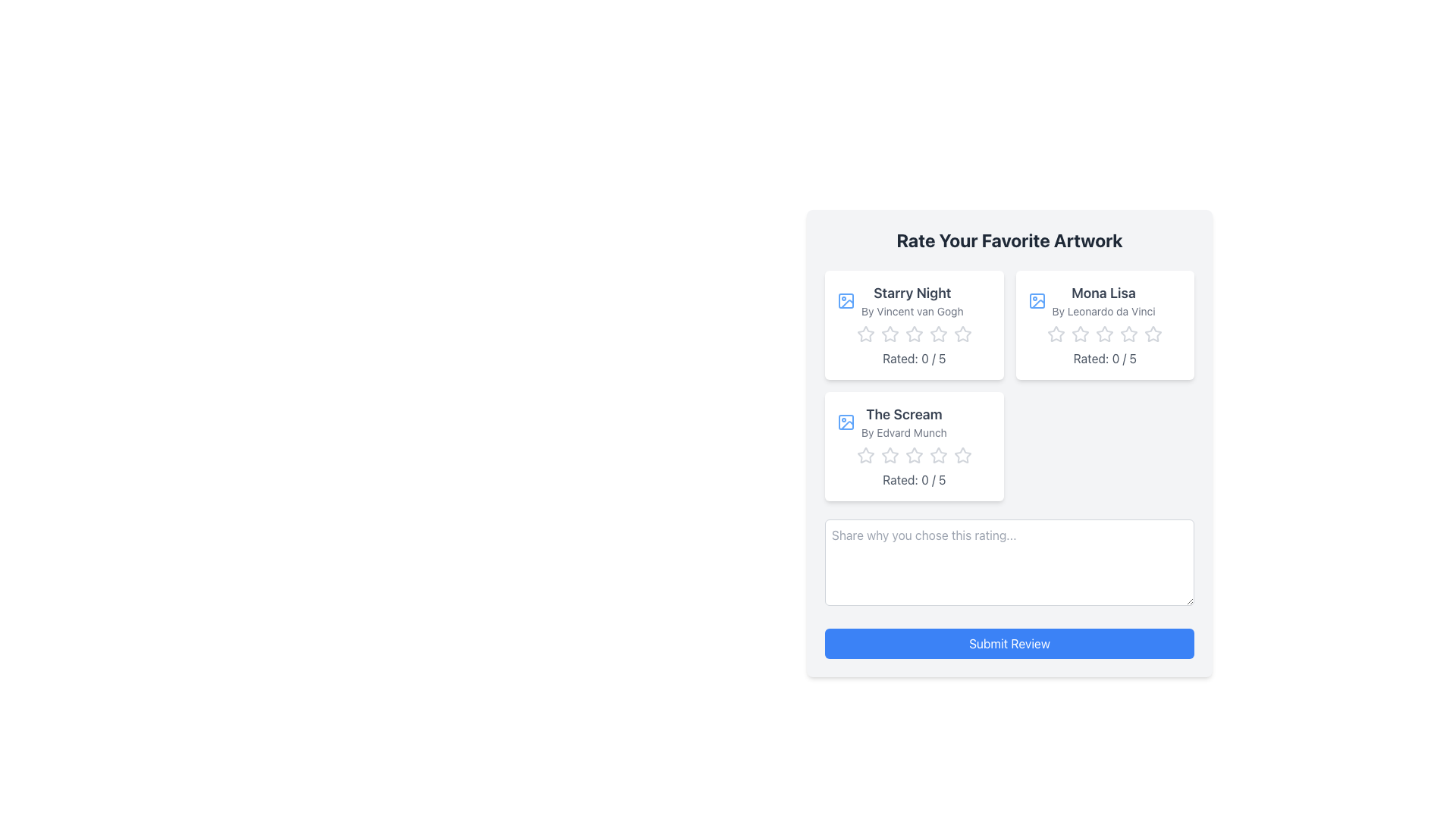  I want to click on the second star icon in the rating row for the 'Mona Lisa' artwork, so click(1055, 332).